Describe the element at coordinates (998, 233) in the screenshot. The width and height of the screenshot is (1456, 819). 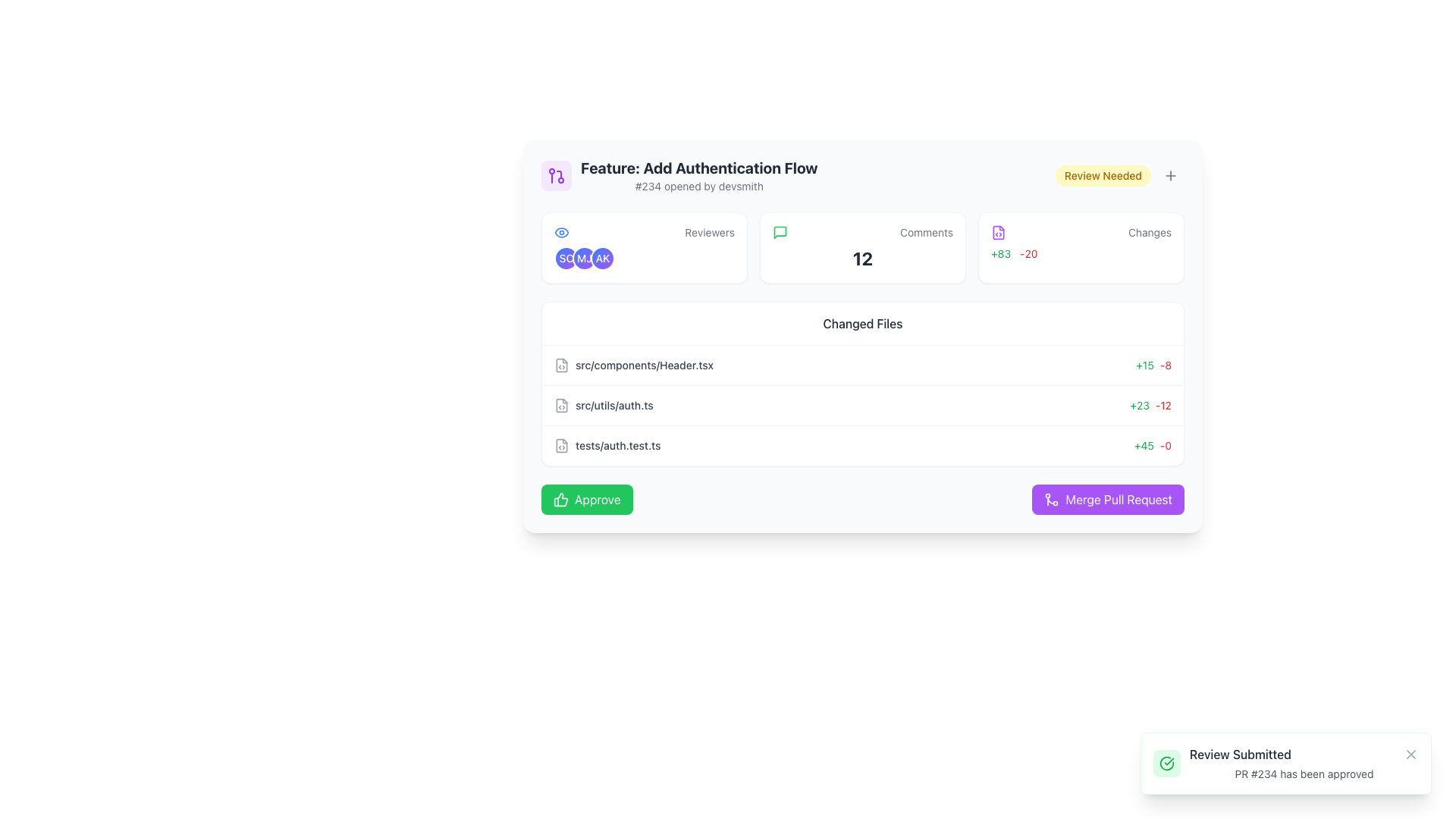
I see `the icon that indicates changes made in code files, located in the top right section under the title 'Changes'` at that location.